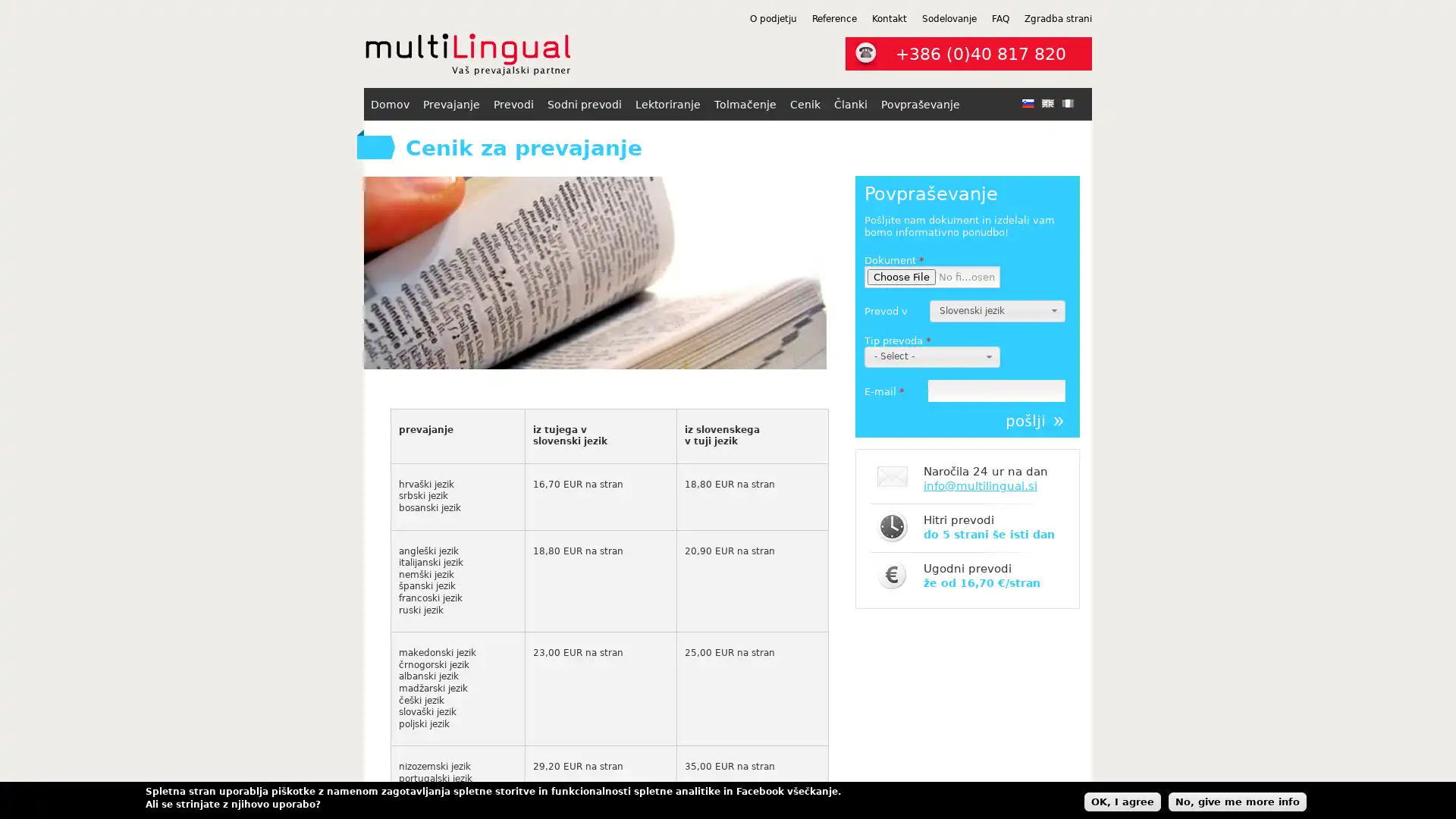  I want to click on poslji, so click(1034, 421).